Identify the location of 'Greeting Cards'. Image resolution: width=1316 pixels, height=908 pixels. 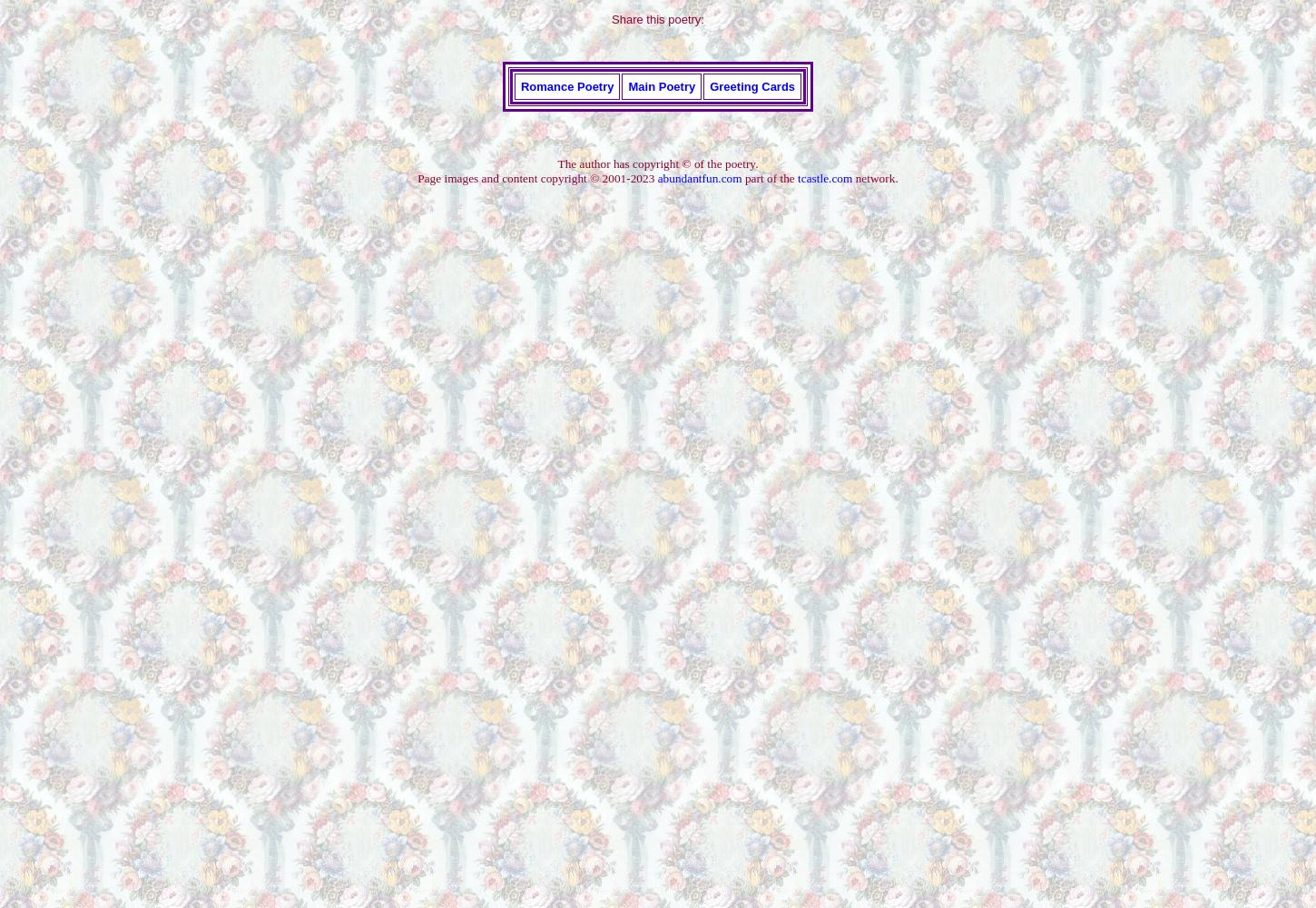
(751, 84).